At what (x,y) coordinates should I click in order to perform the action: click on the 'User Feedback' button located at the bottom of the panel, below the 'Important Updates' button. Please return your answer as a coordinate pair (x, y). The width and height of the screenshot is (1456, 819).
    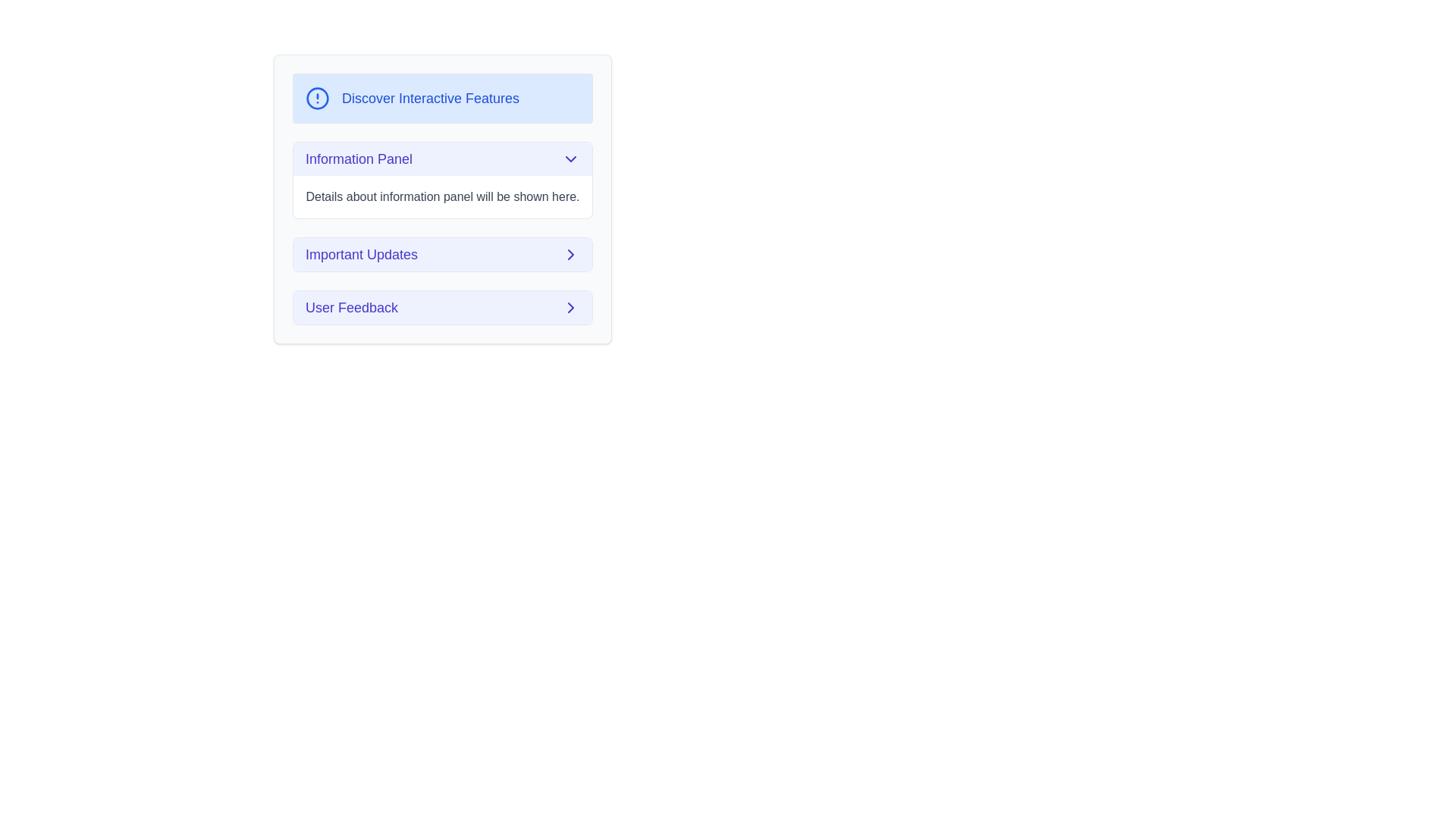
    Looking at the image, I should click on (442, 307).